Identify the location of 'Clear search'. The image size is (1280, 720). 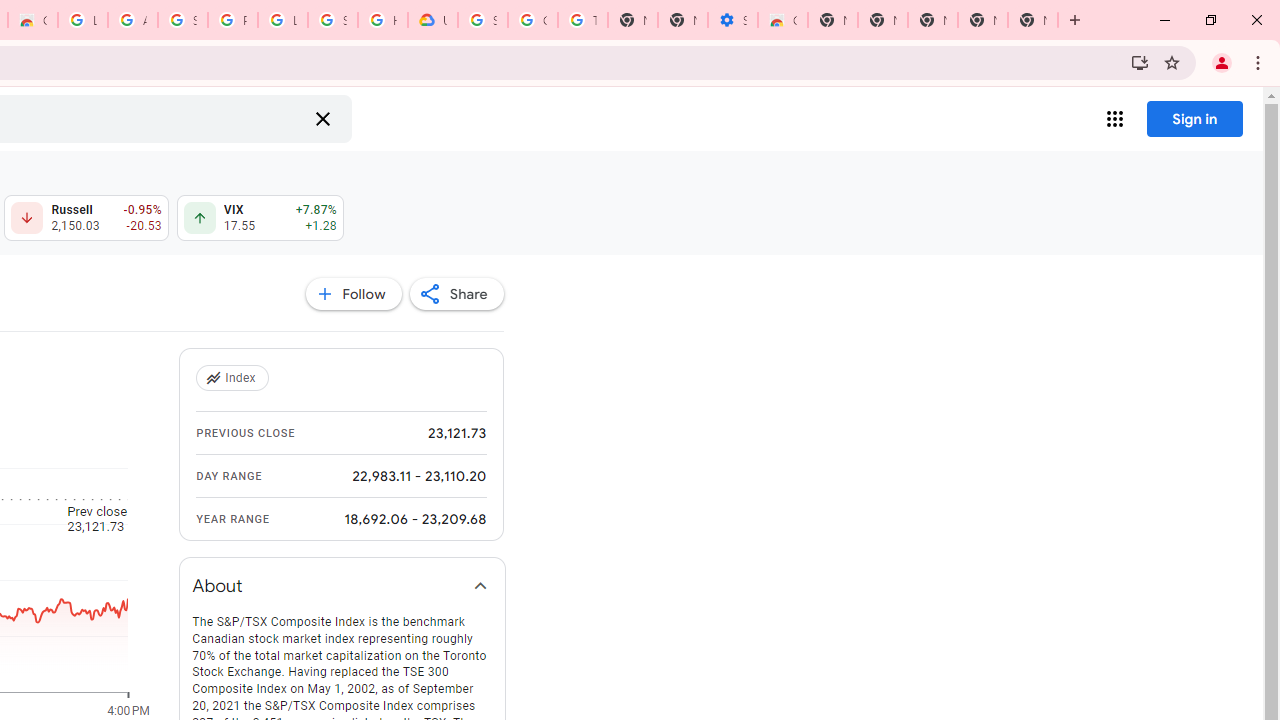
(322, 118).